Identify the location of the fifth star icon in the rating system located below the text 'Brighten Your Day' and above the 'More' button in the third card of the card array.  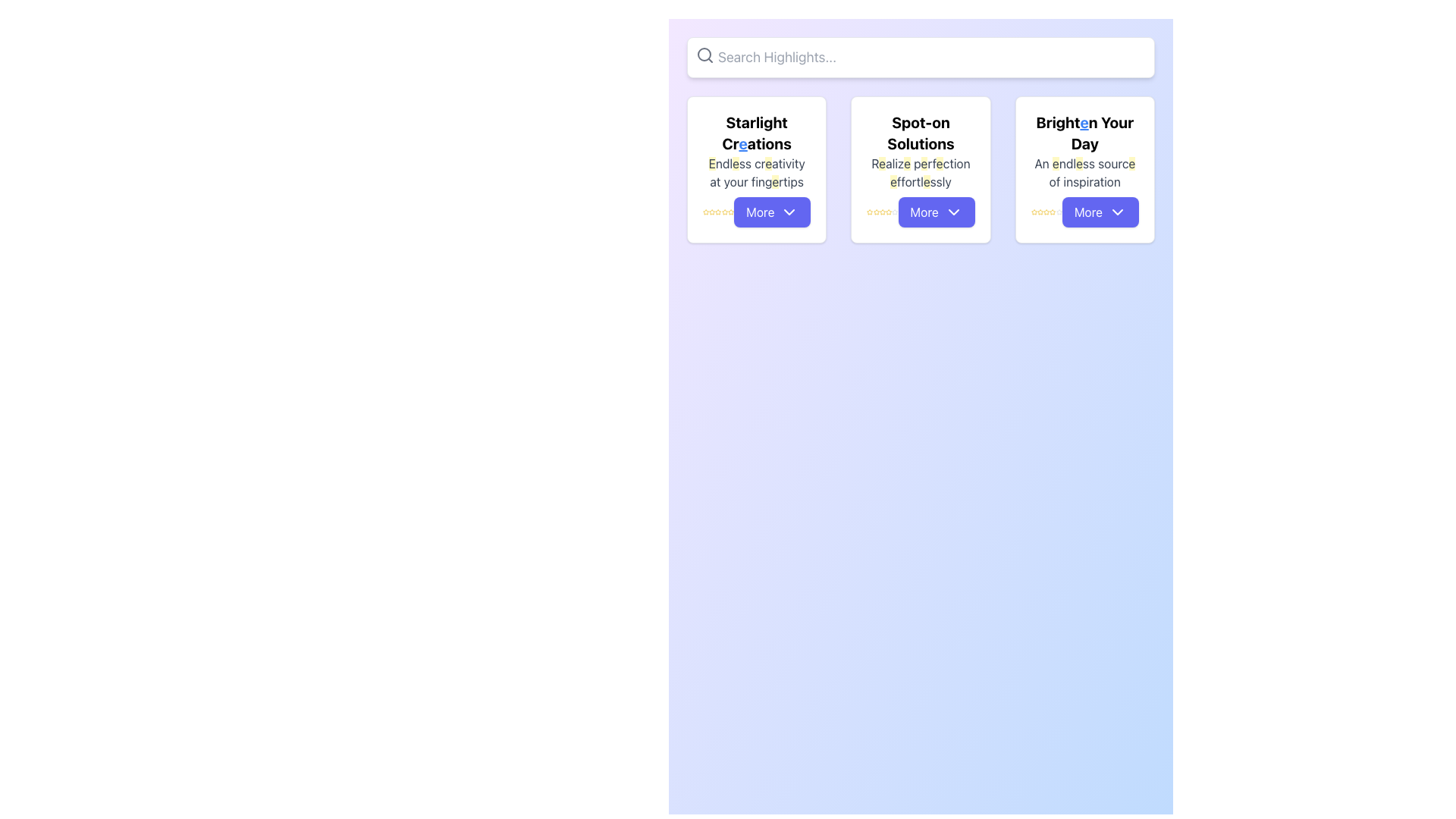
(1052, 212).